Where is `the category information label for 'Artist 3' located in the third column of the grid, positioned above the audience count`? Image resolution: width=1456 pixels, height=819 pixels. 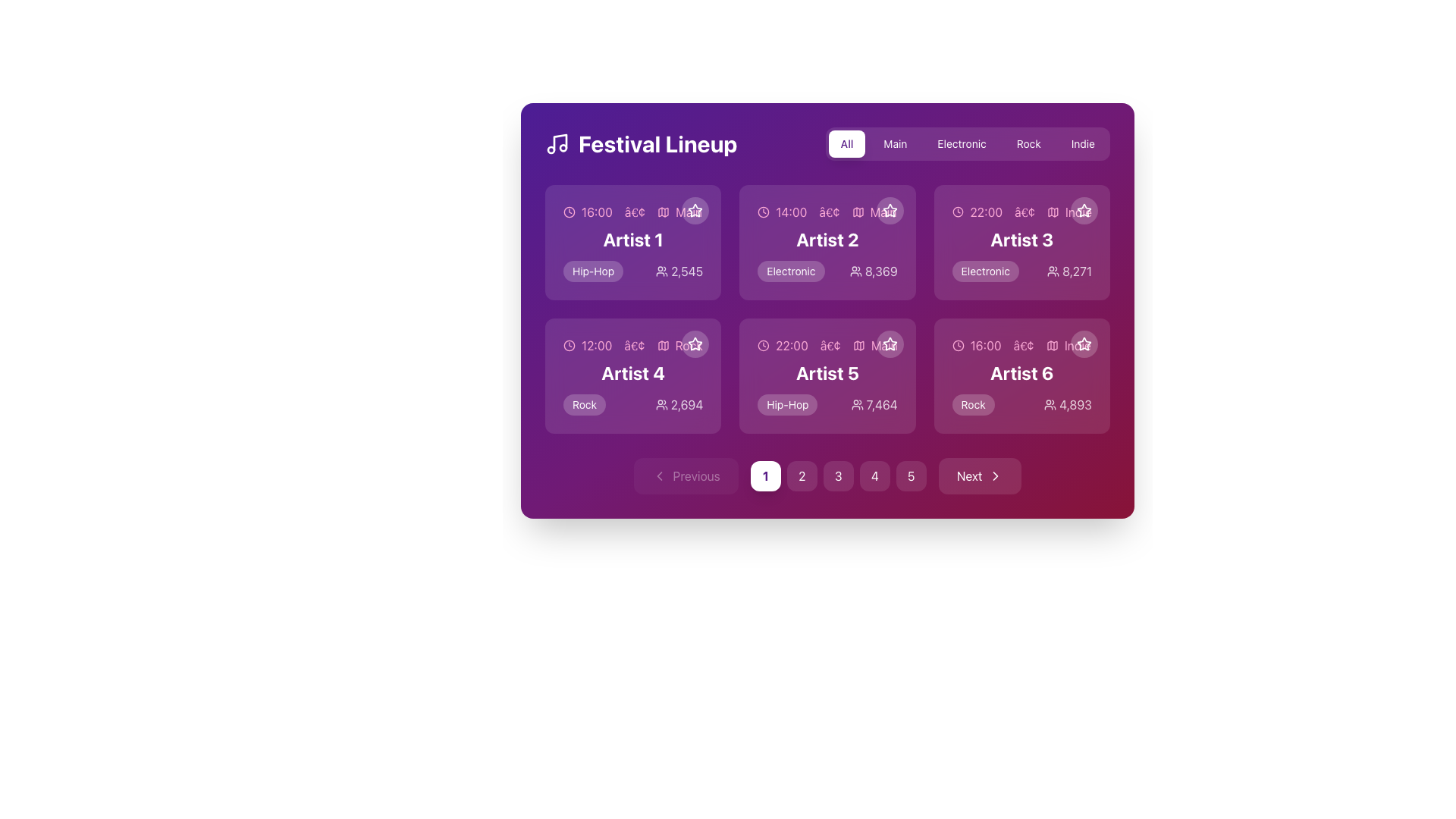 the category information label for 'Artist 3' located in the third column of the grid, positioned above the audience count is located at coordinates (985, 271).